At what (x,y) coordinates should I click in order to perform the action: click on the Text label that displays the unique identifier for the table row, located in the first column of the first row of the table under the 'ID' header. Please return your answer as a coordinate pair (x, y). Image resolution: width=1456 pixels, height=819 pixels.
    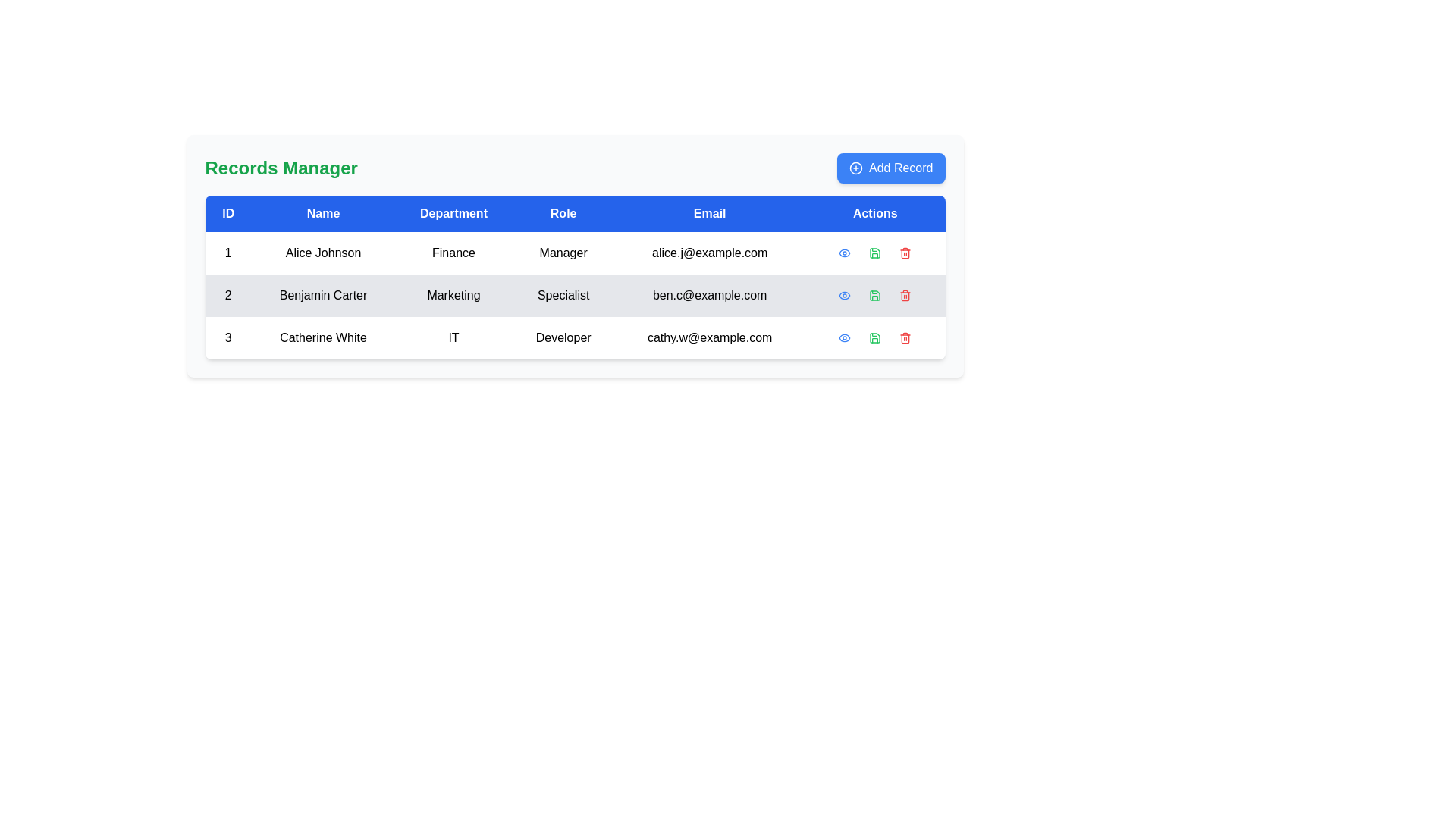
    Looking at the image, I should click on (227, 253).